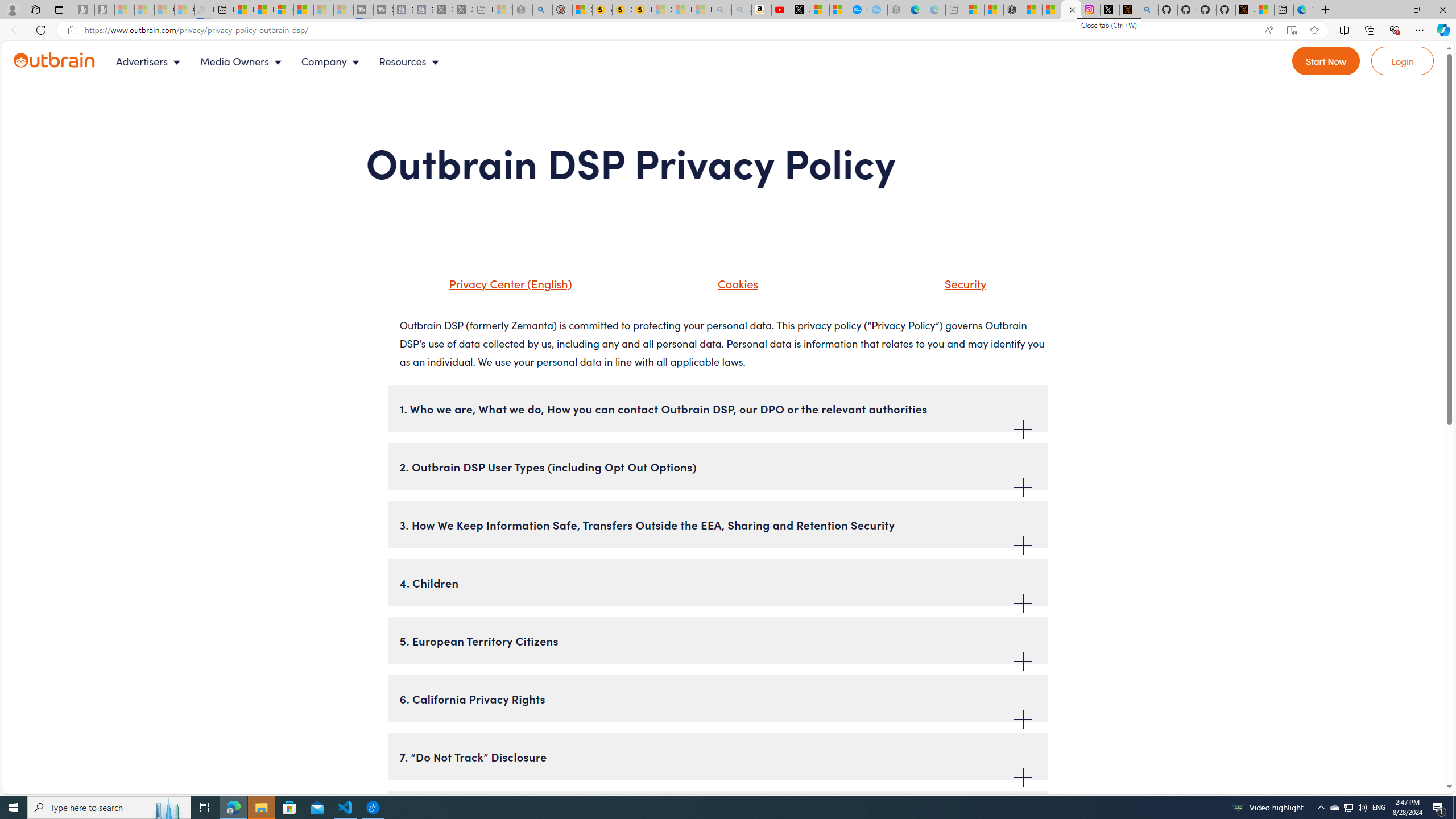 This screenshot has height=819, width=1456. Describe the element at coordinates (411, 61) in the screenshot. I see `'Resources'` at that location.